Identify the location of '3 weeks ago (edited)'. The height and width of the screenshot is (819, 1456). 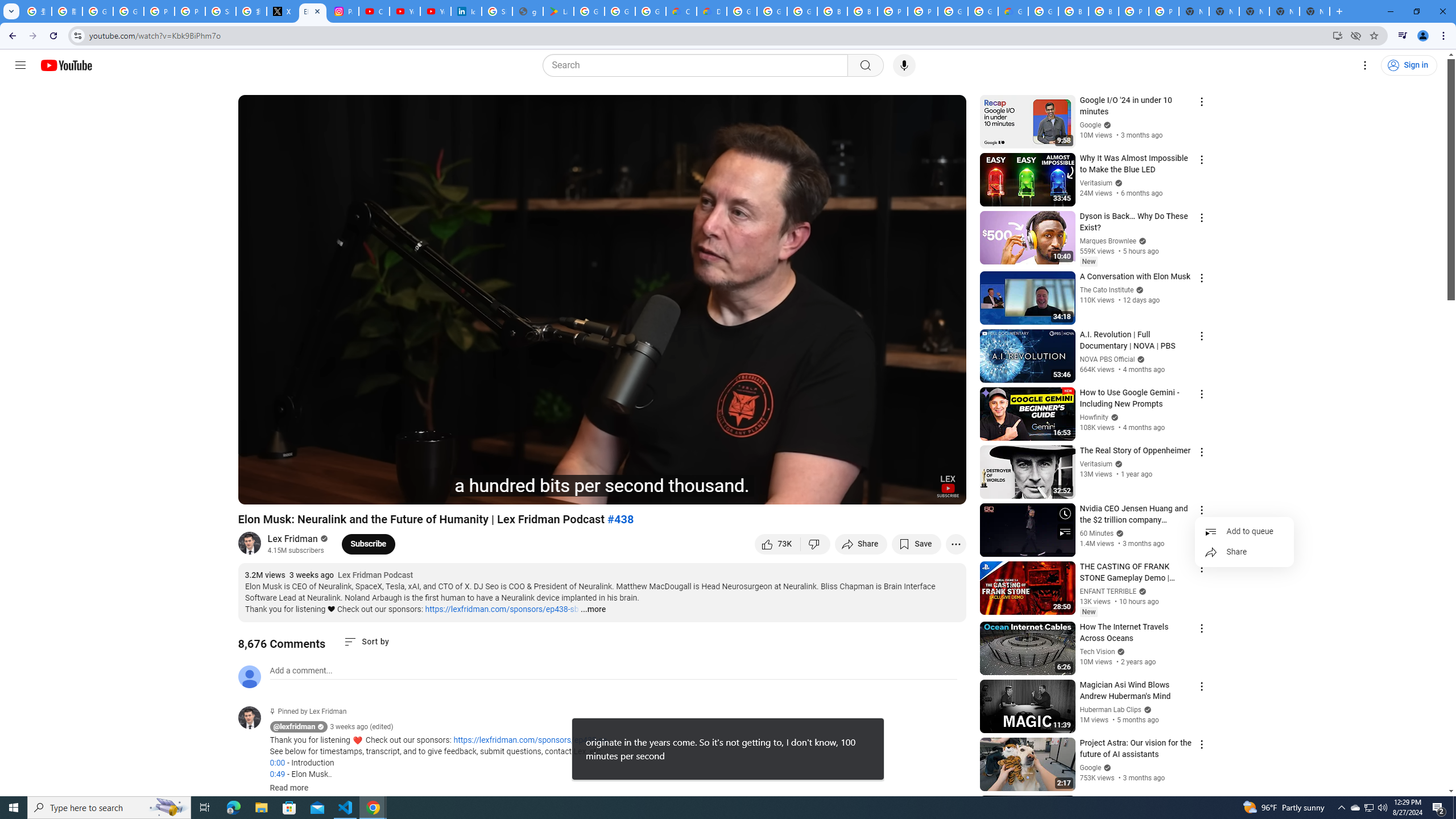
(361, 727).